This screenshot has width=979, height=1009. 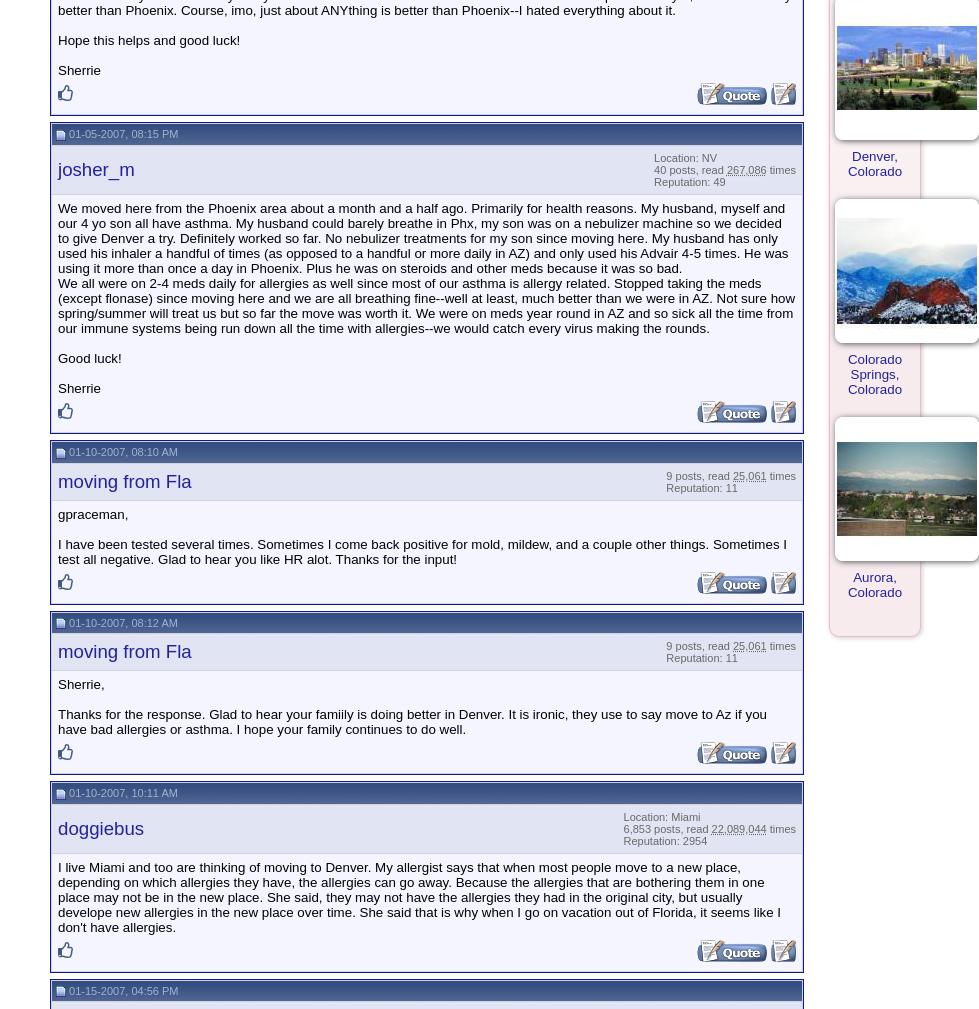 I want to click on 'doggiebus', so click(x=101, y=827).